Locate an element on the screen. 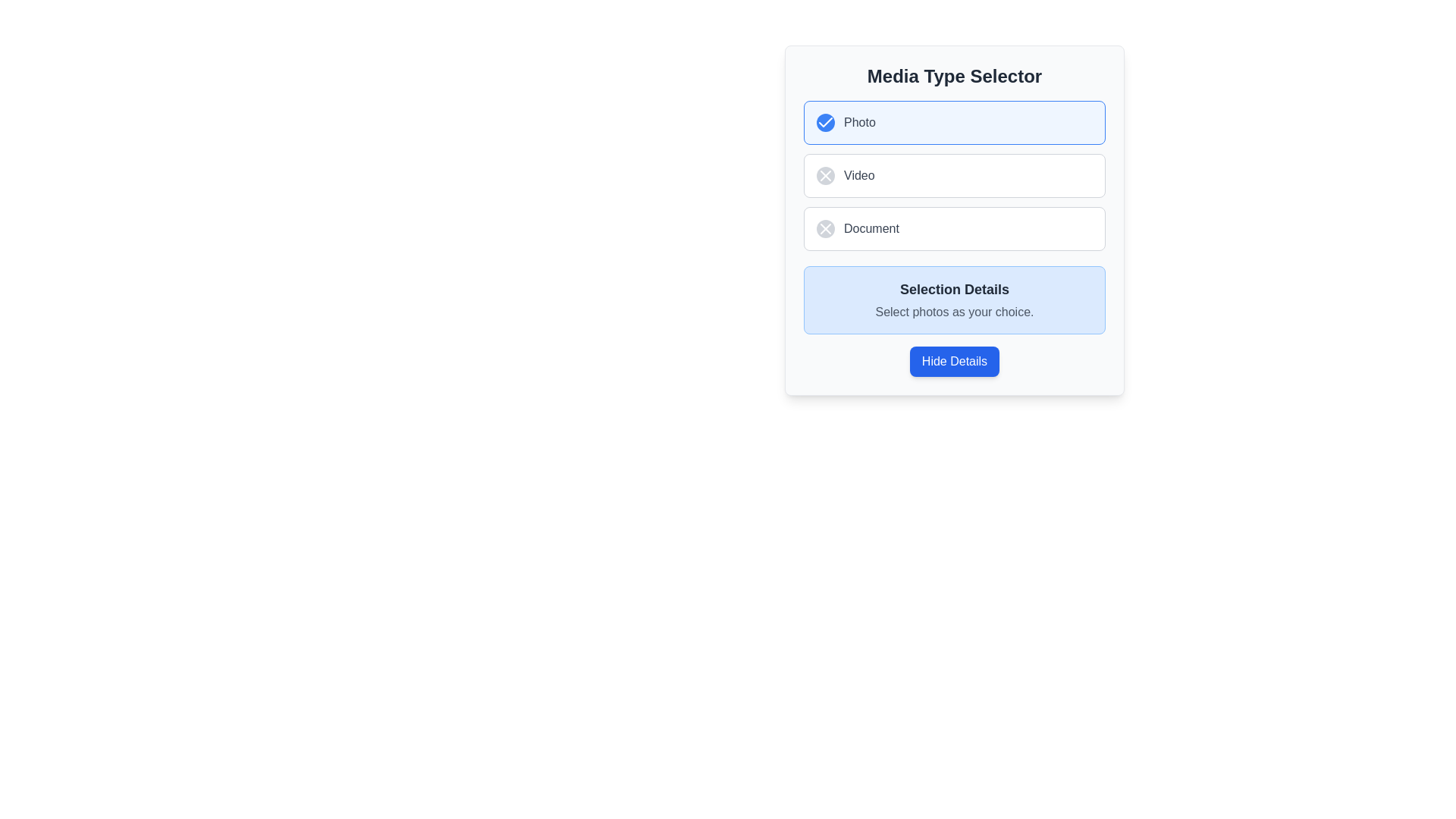 The image size is (1456, 819). the 'Document' radio button, which is the third option in a vertical group of radio buttons, to trigger a hover effect such as scaling or highlighting is located at coordinates (953, 228).